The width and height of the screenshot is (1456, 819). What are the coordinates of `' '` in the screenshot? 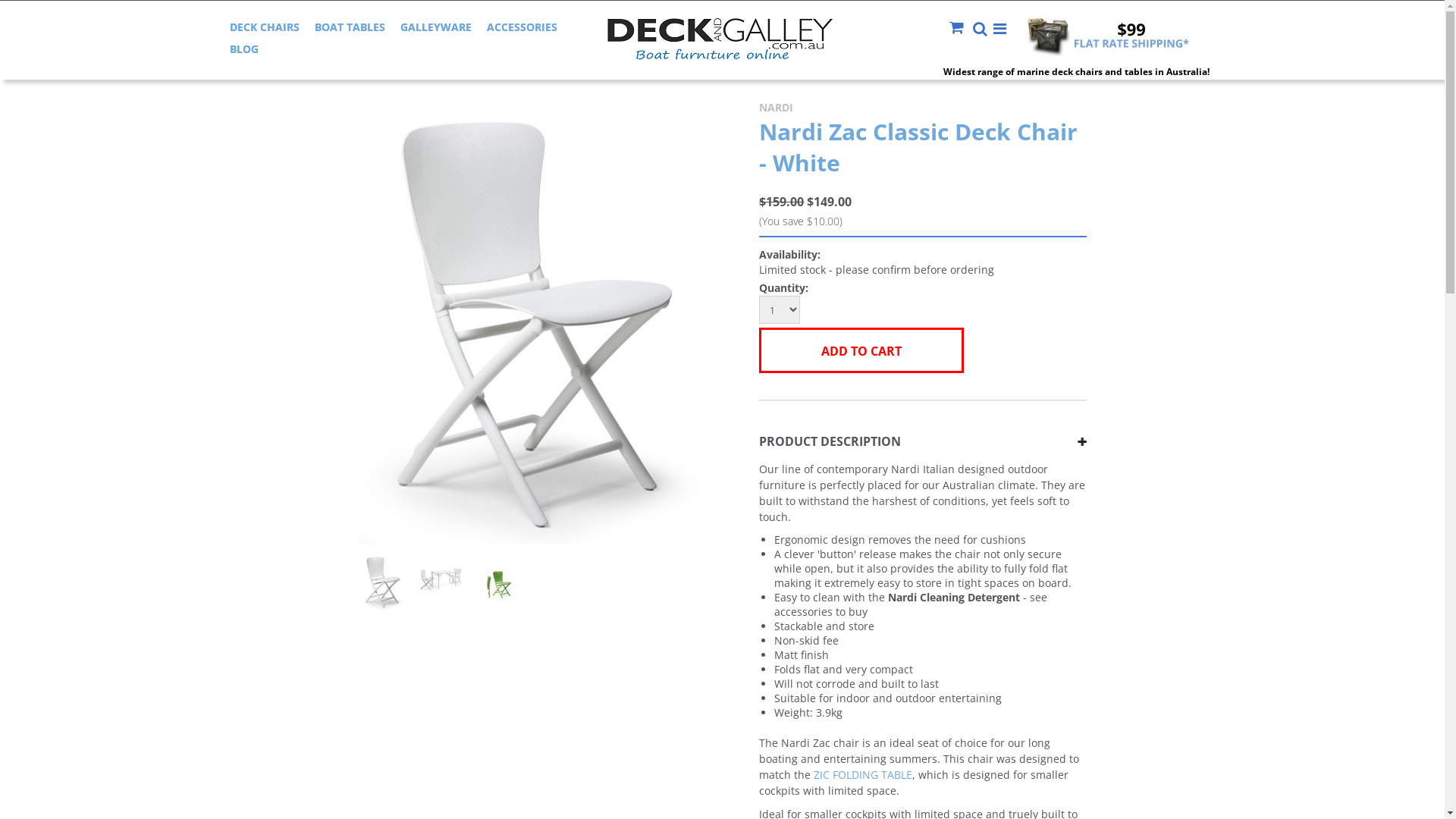 It's located at (959, 29).